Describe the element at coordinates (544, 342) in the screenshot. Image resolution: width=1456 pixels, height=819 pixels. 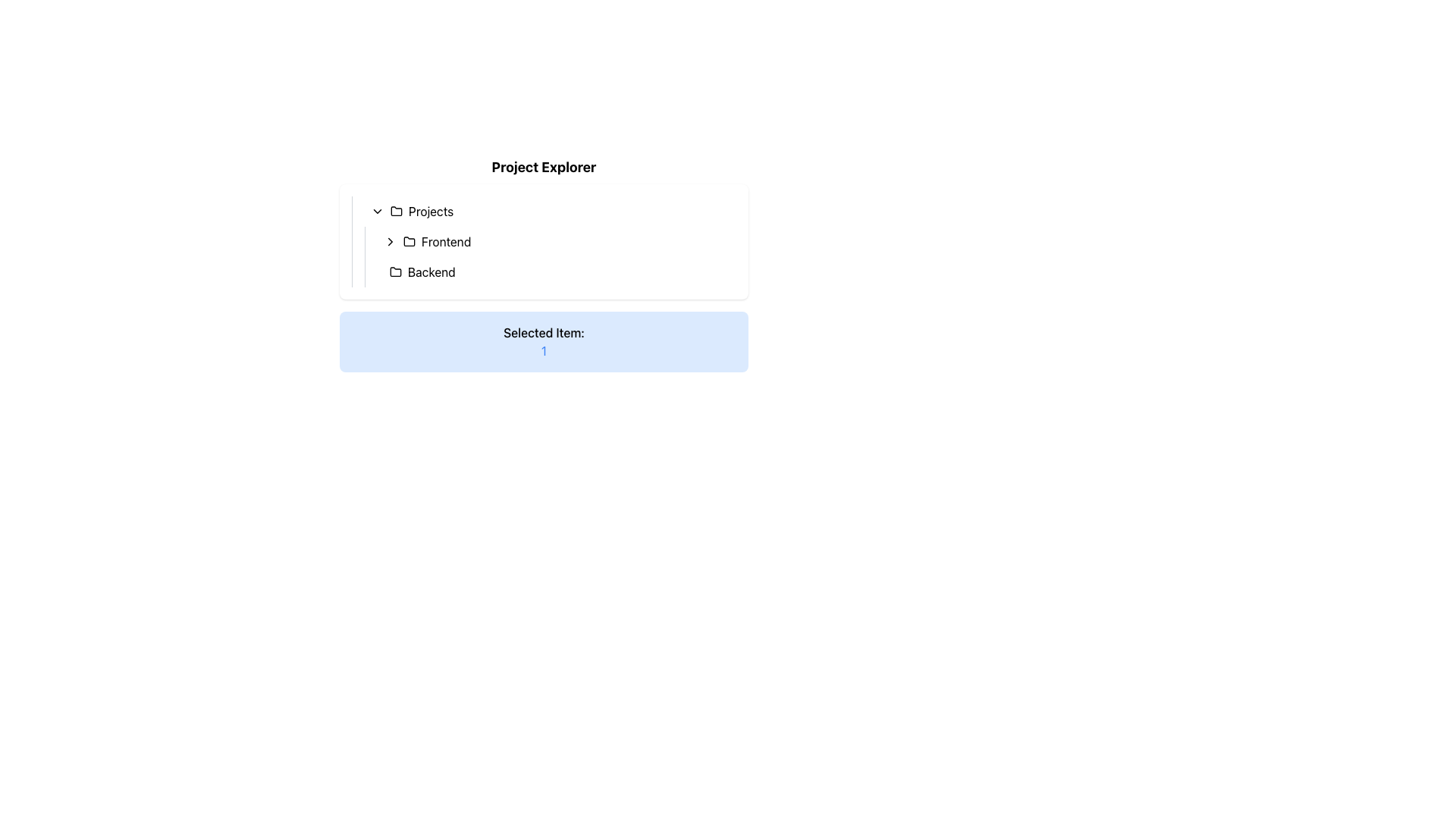
I see `the Informational Label with a light blue background that displays 'Selected Item:' in bold and the number '1' underneath` at that location.